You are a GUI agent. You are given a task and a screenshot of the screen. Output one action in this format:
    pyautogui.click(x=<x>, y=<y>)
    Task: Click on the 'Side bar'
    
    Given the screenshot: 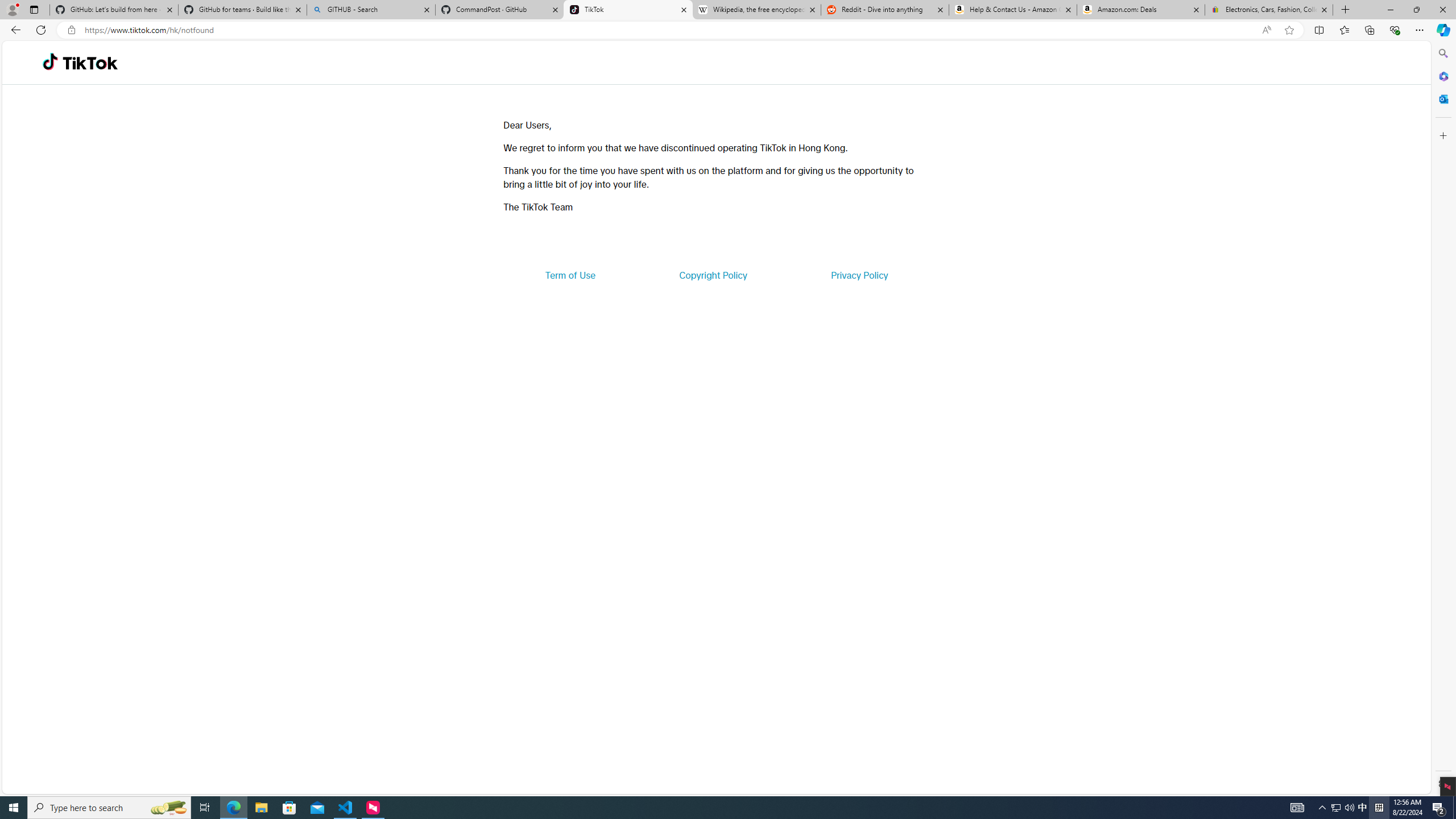 What is the action you would take?
    pyautogui.click(x=1443, y=418)
    